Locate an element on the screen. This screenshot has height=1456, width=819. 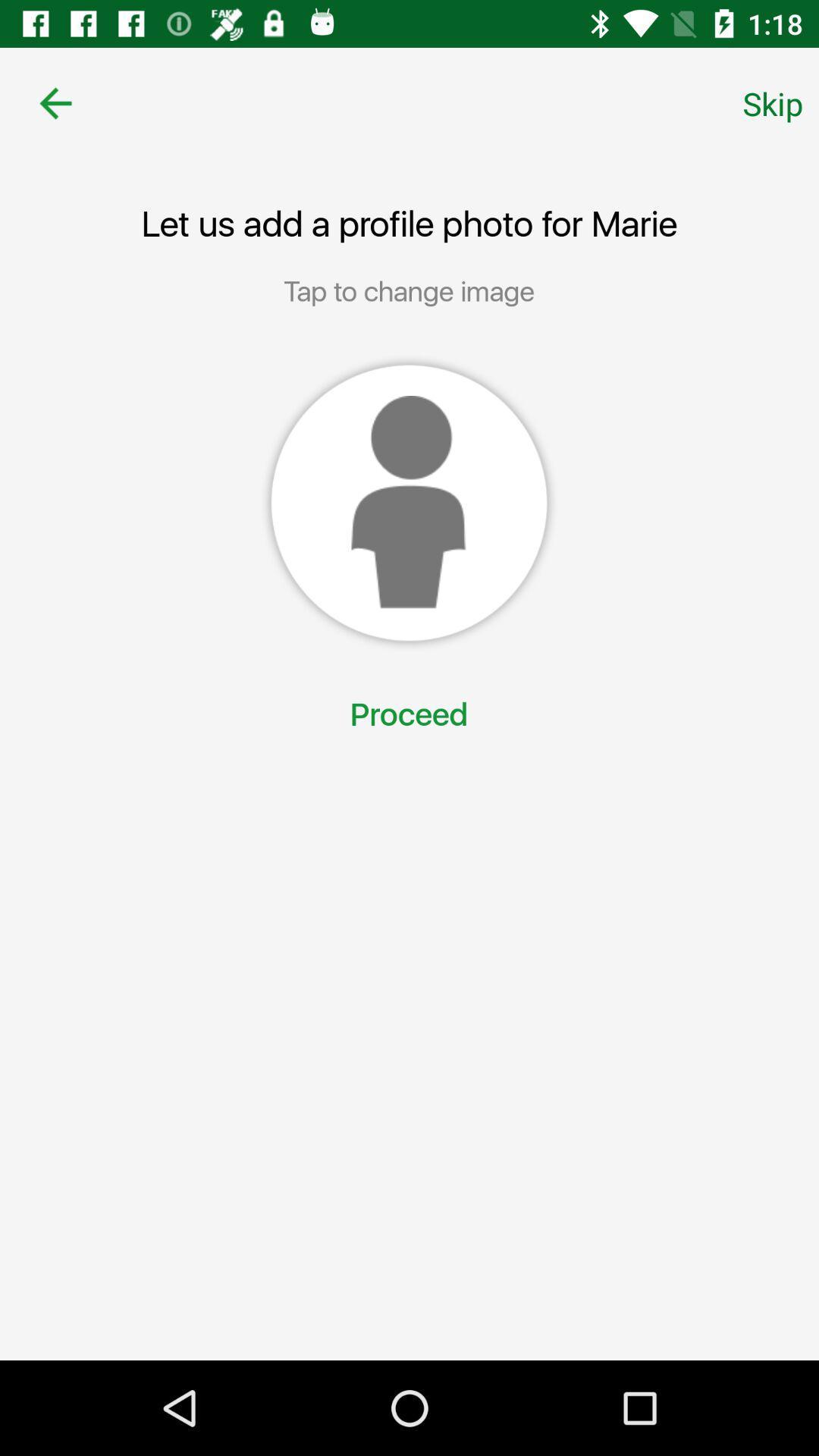
change profile image is located at coordinates (408, 503).